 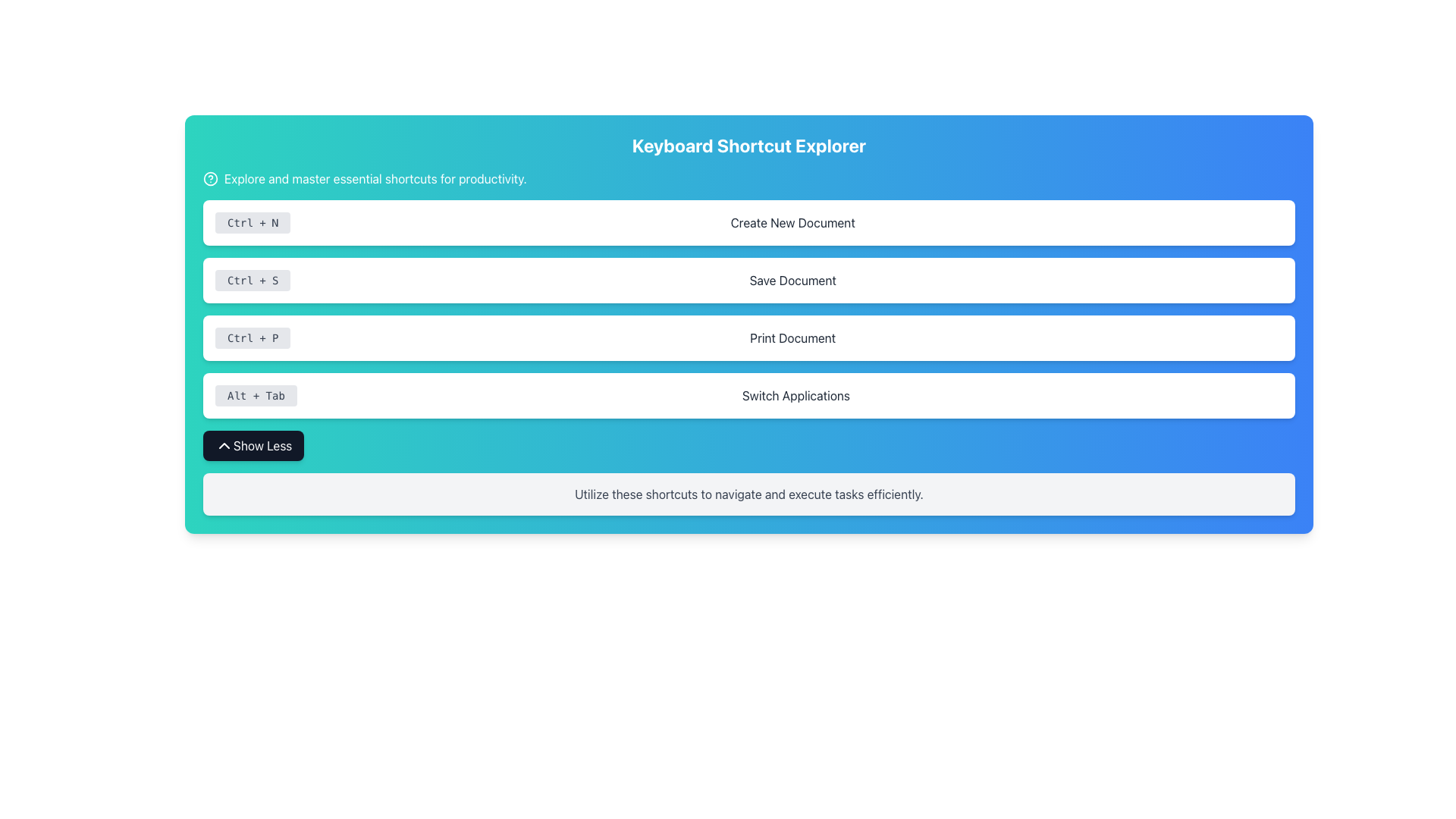 What do you see at coordinates (792, 222) in the screenshot?
I see `the text label displaying 'Create New Document' in black font, which is aligned to the right of the 'Ctrl + N' gray box` at bounding box center [792, 222].